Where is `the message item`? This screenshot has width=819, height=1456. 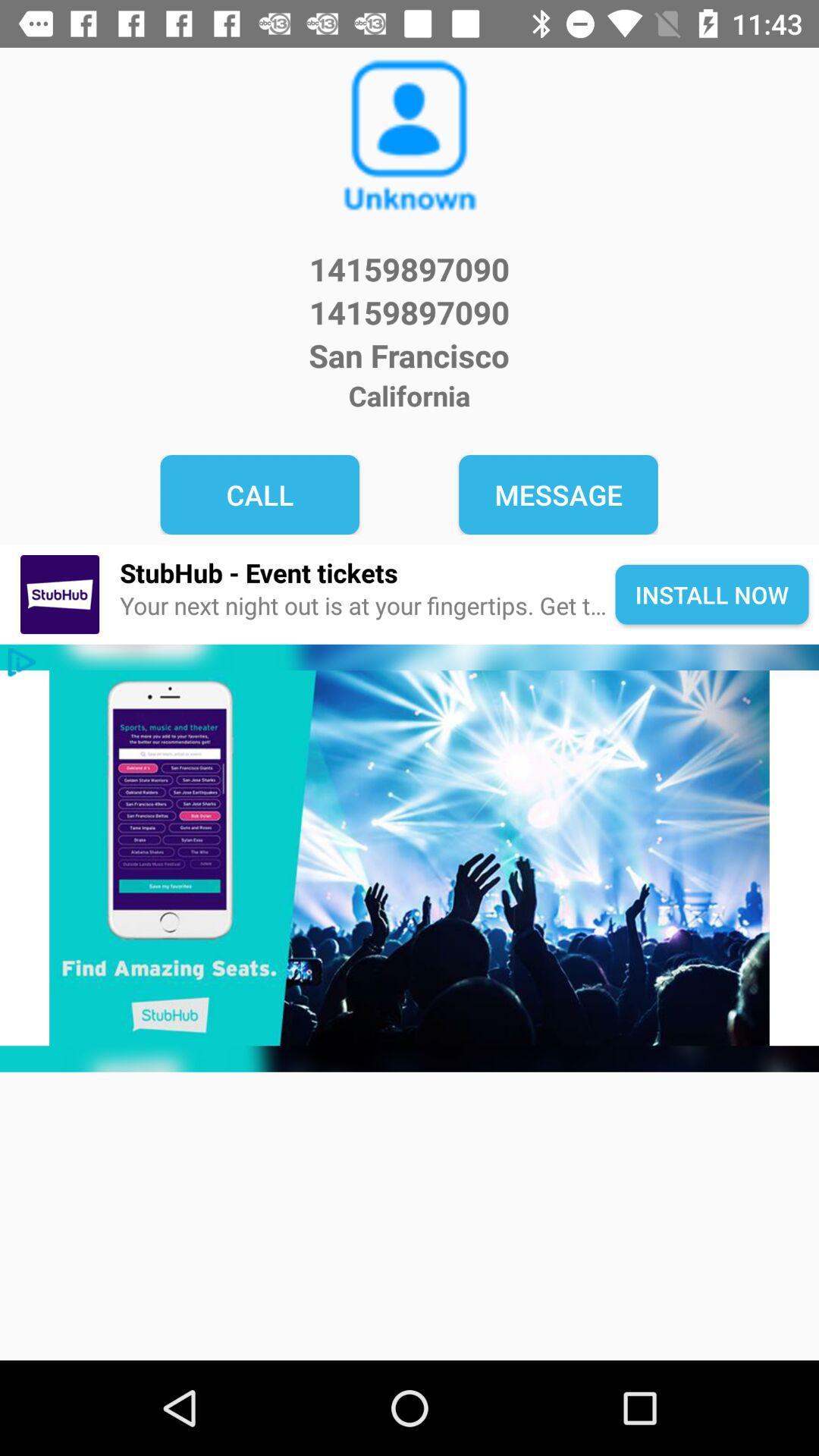
the message item is located at coordinates (558, 494).